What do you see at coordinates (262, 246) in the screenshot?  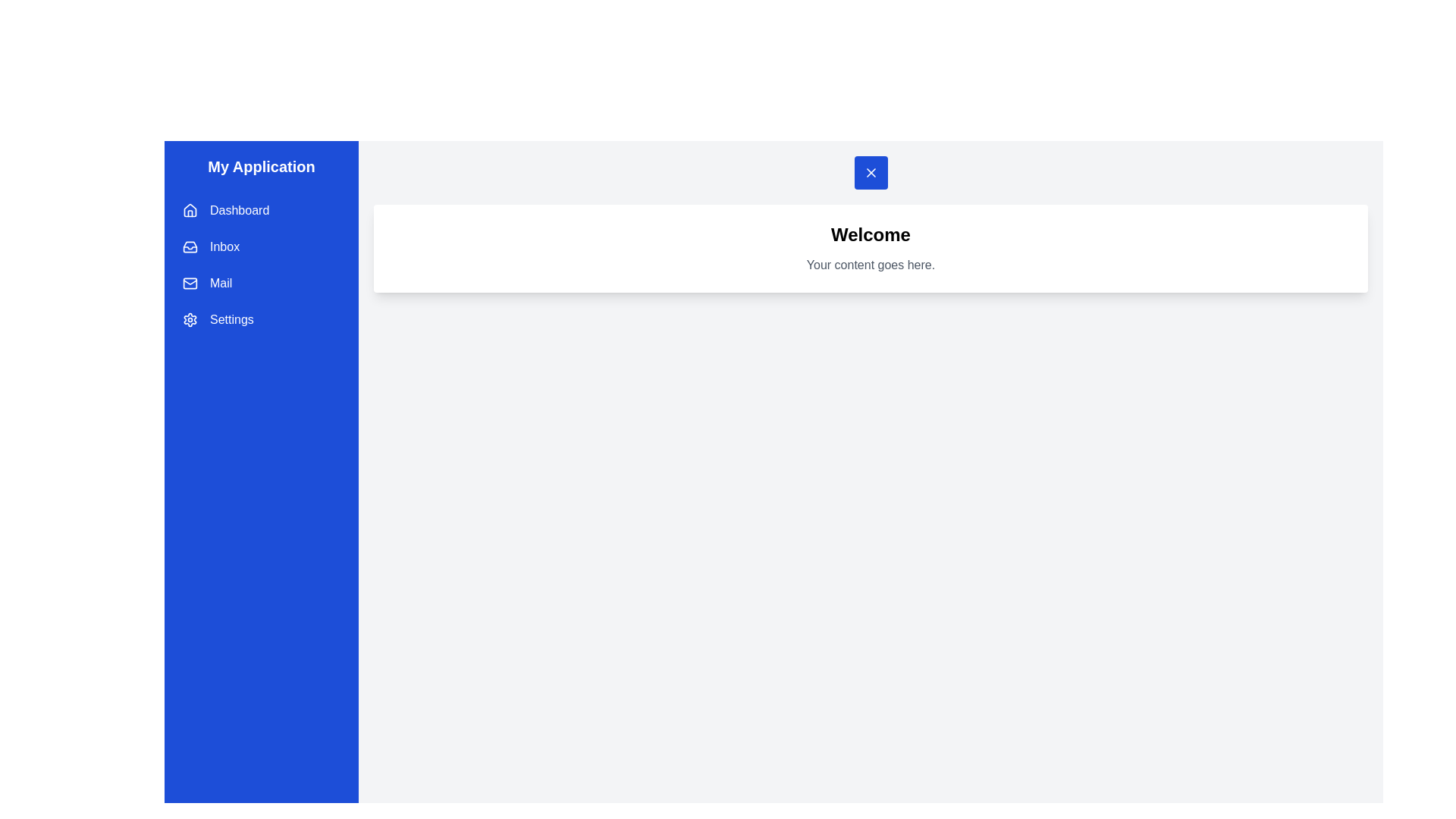 I see `the menu item Inbox from the drawer` at bounding box center [262, 246].